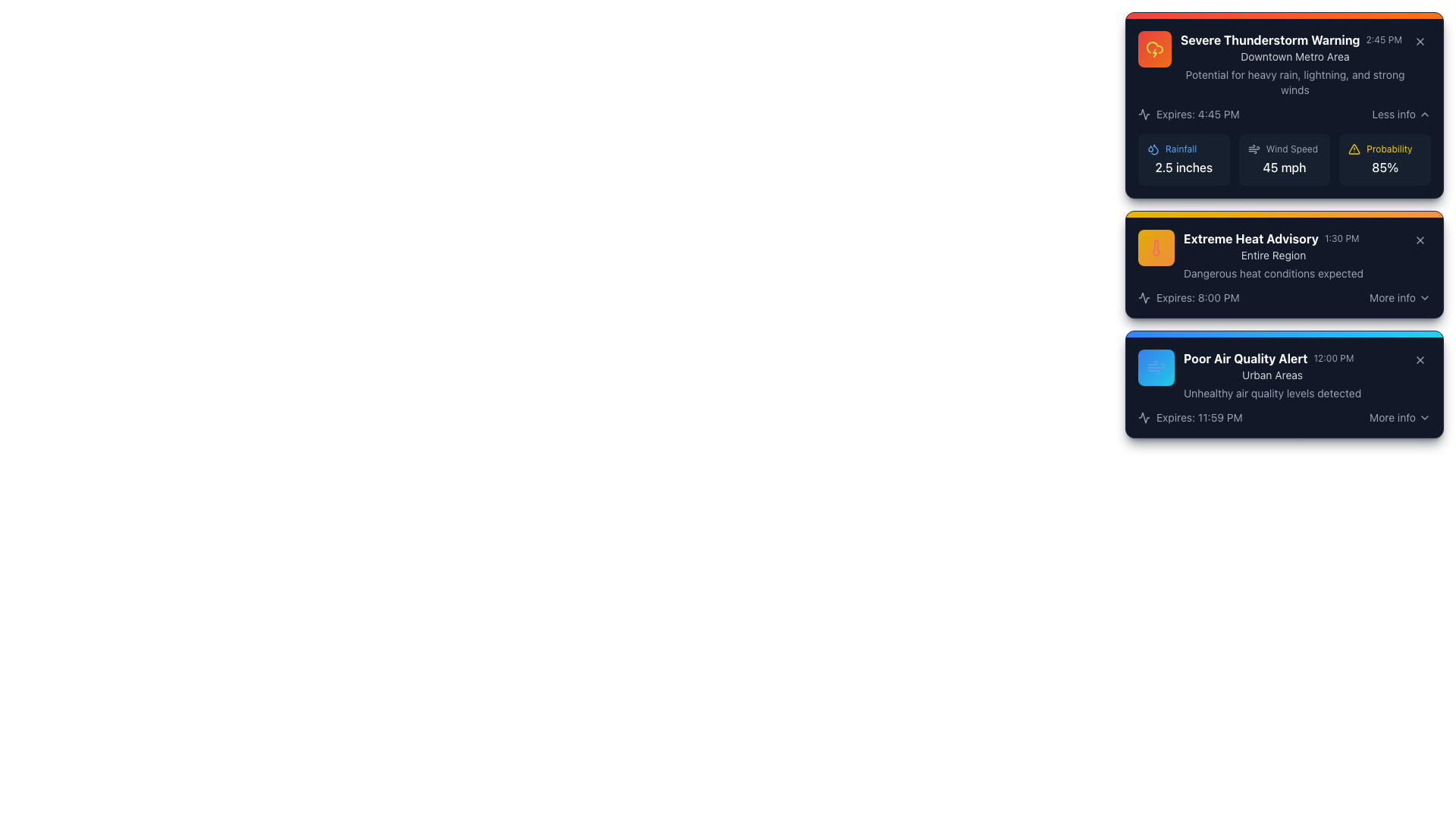 The height and width of the screenshot is (819, 1456). Describe the element at coordinates (1144, 418) in the screenshot. I see `the small circular electrocardiogram icon located at the leftmost side of the row containing the text 'Expires: 11:59 PM'` at that location.